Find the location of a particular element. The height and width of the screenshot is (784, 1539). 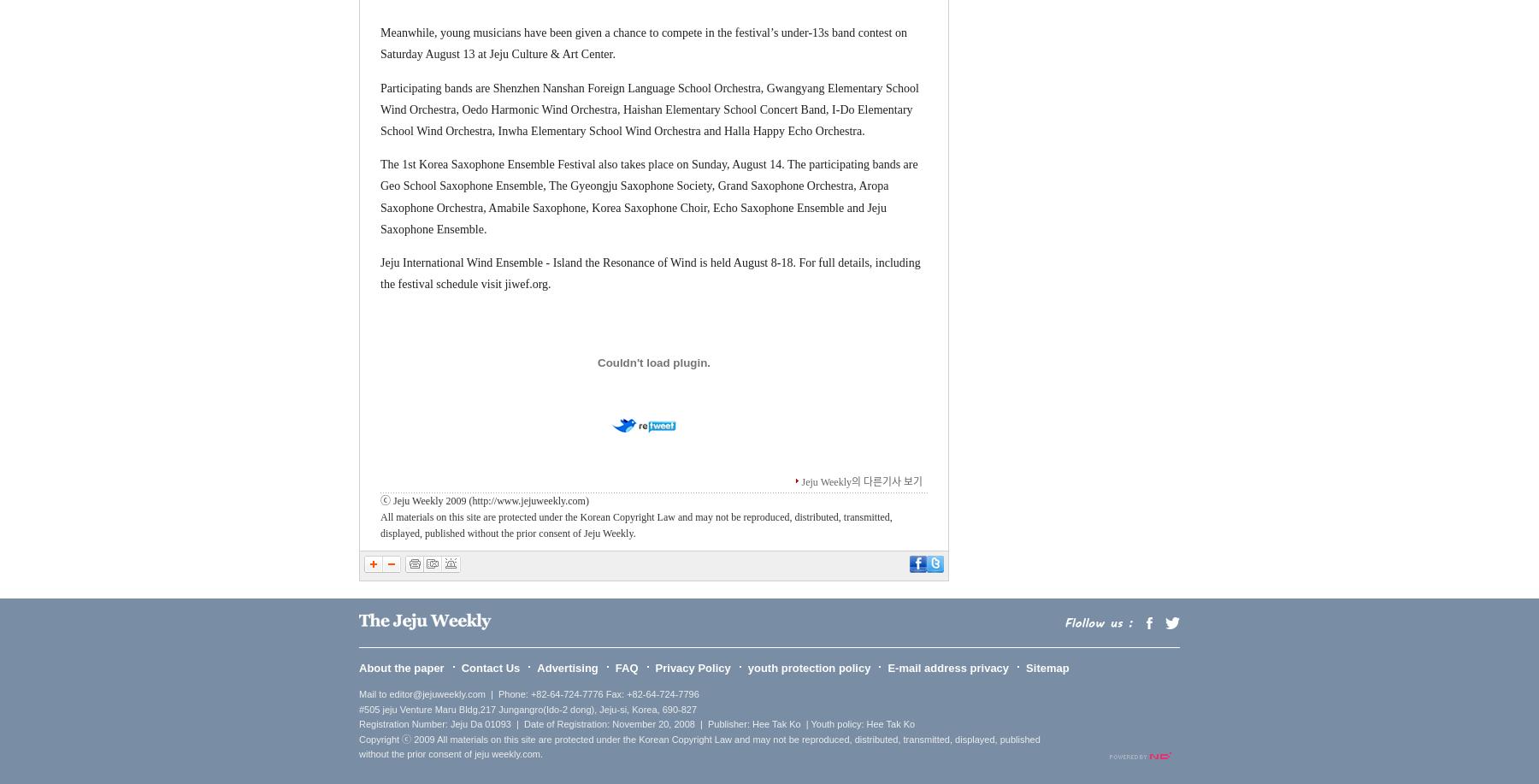

'youth protection policy' is located at coordinates (808, 666).